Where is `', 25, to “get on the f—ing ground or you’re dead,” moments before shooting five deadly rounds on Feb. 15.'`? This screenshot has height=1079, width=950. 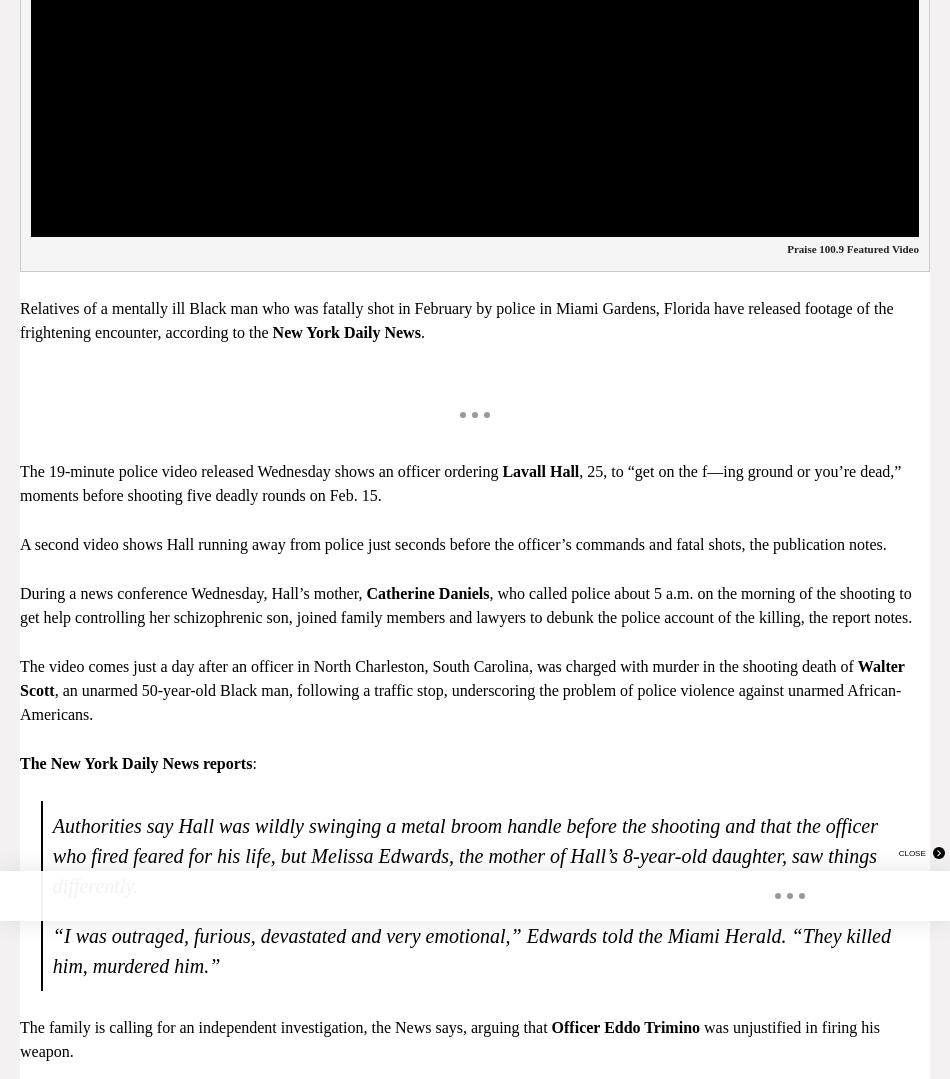
', 25, to “get on the f—ing ground or you’re dead,” moments before shooting five deadly rounds on Feb. 15.' is located at coordinates (459, 482).